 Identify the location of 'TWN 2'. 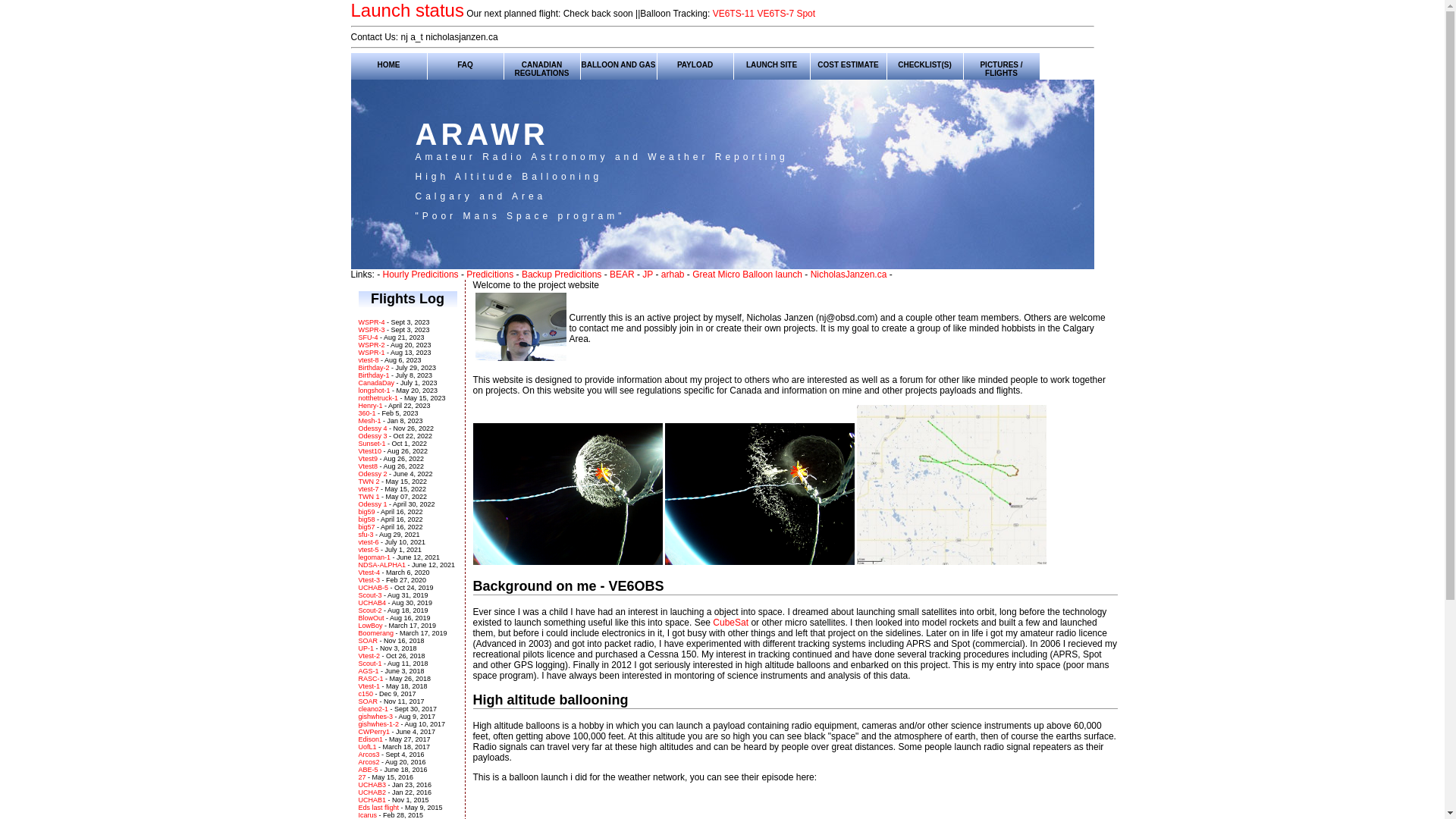
(368, 482).